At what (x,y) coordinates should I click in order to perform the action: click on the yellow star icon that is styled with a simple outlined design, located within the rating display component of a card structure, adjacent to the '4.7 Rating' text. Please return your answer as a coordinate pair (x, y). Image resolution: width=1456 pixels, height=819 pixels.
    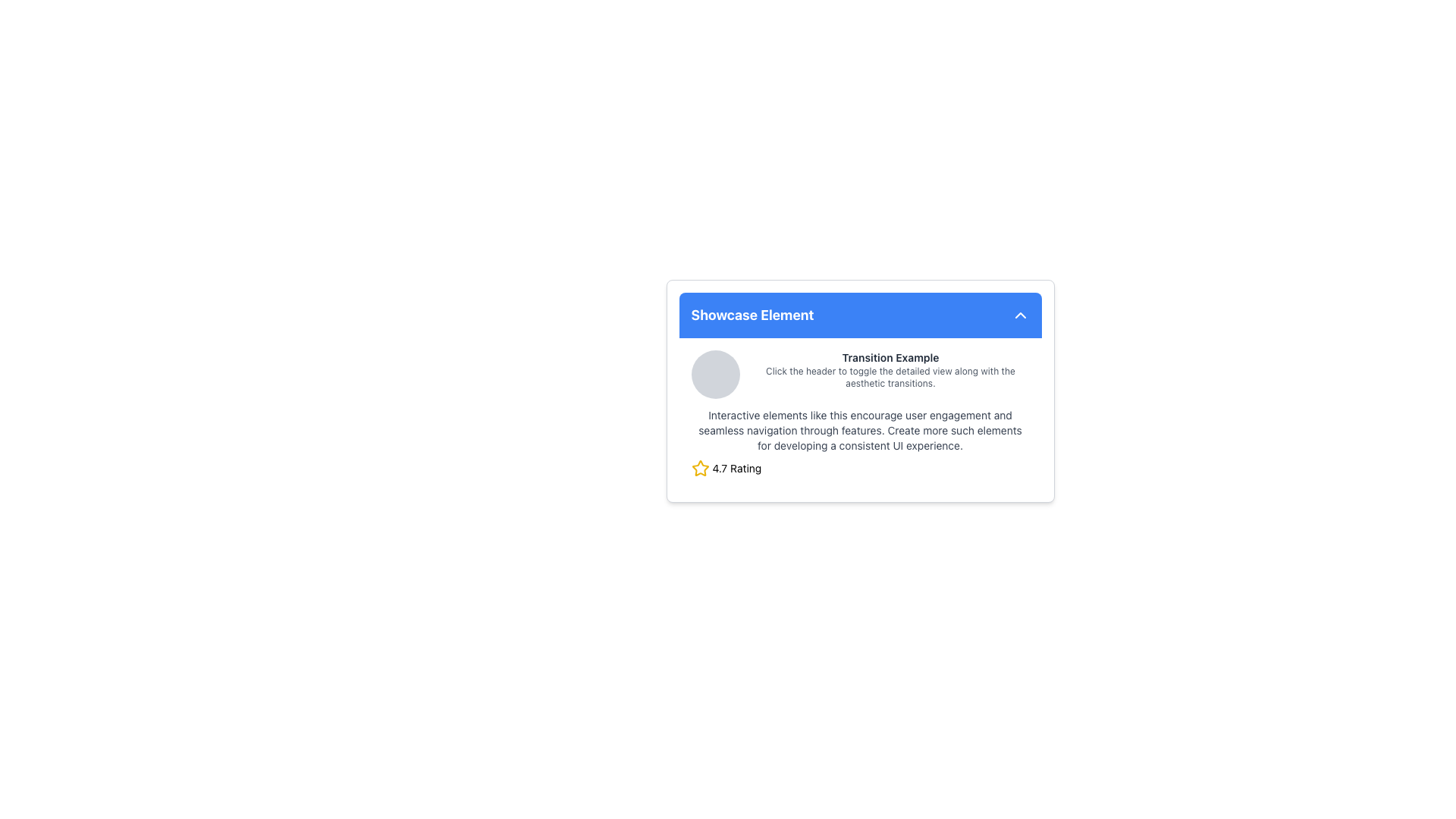
    Looking at the image, I should click on (699, 467).